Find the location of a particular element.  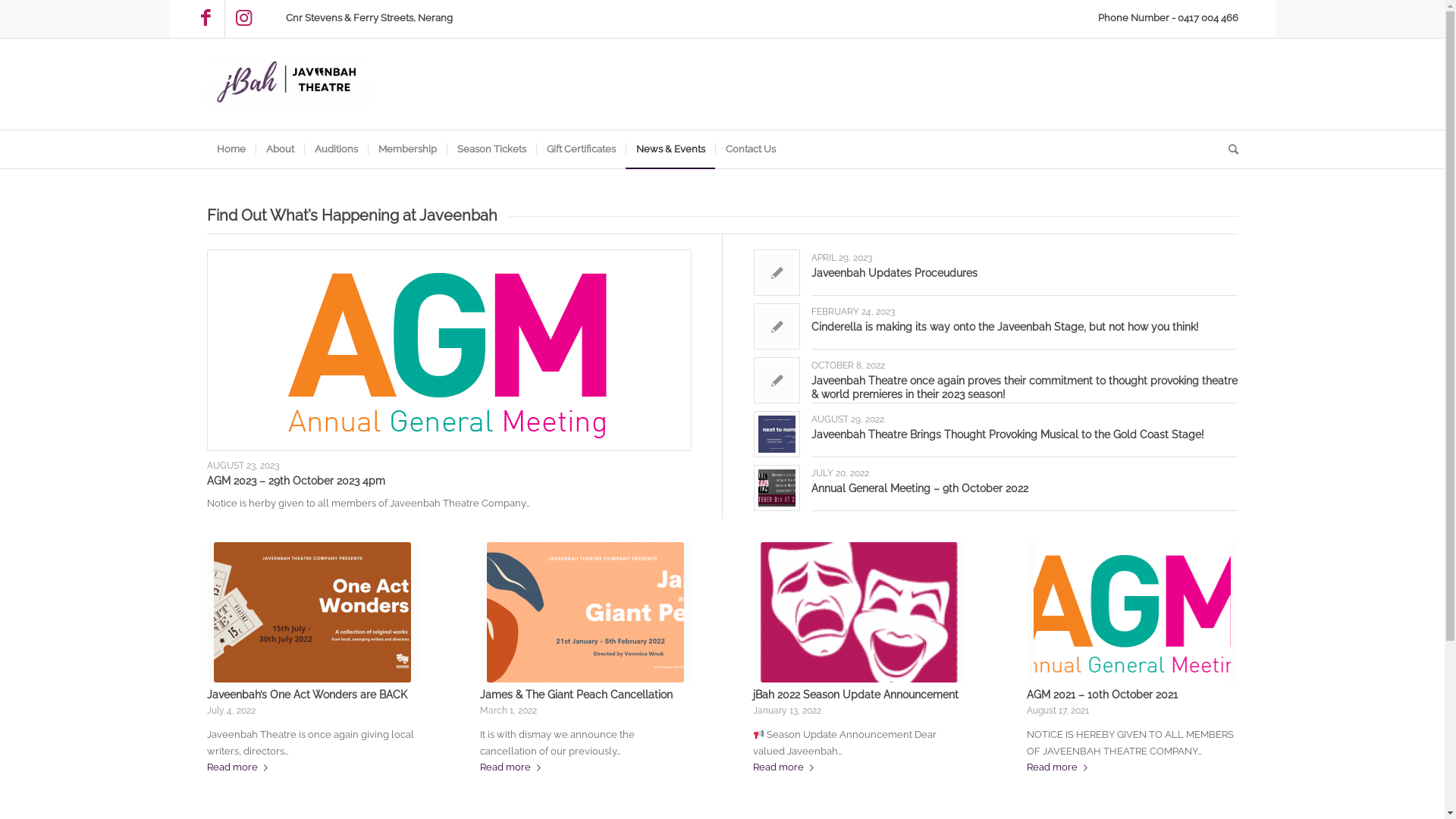

'Instagram' is located at coordinates (243, 18).